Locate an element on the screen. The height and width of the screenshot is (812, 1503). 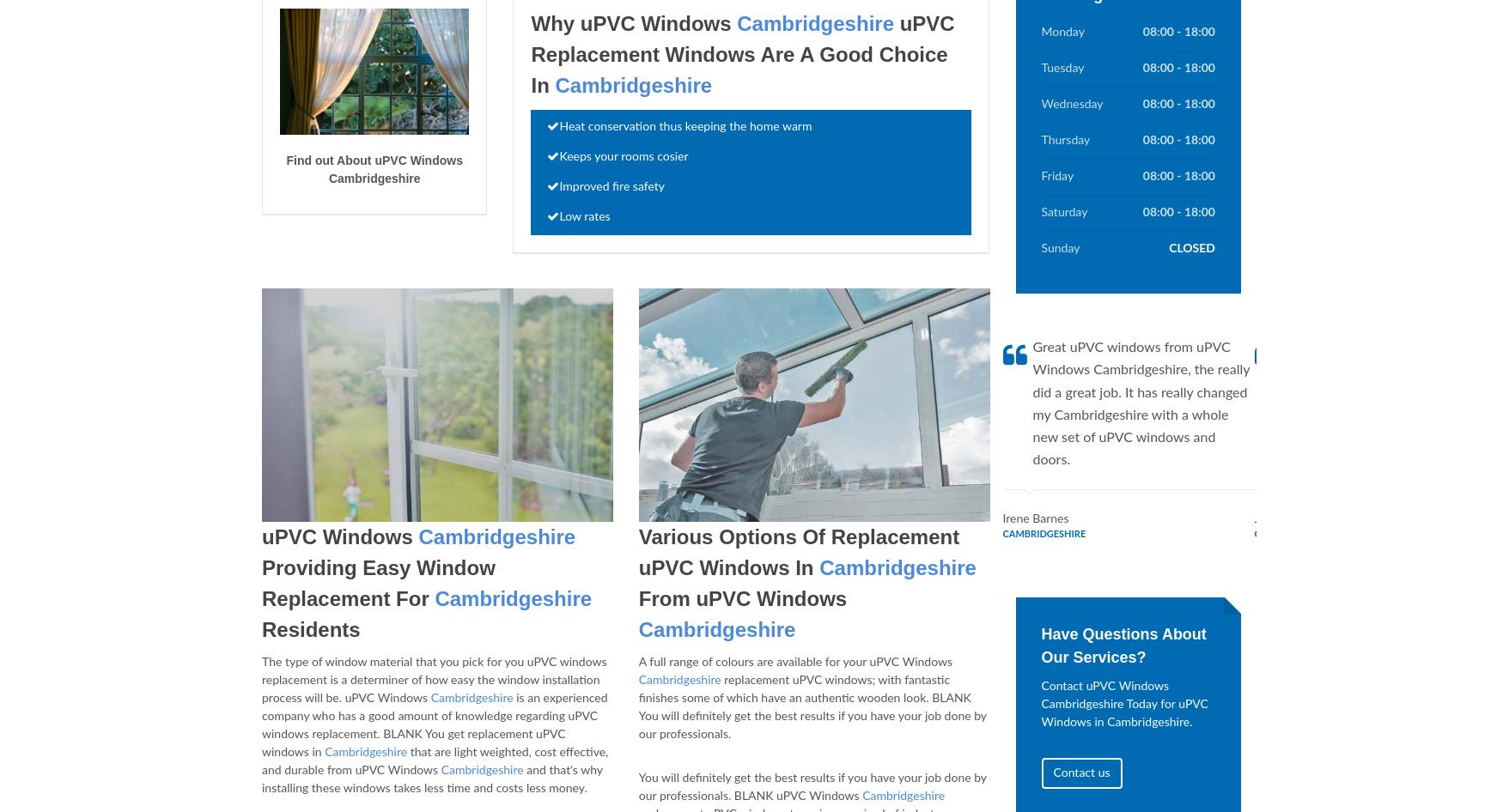
'From uPVC Windows' is located at coordinates (742, 598).